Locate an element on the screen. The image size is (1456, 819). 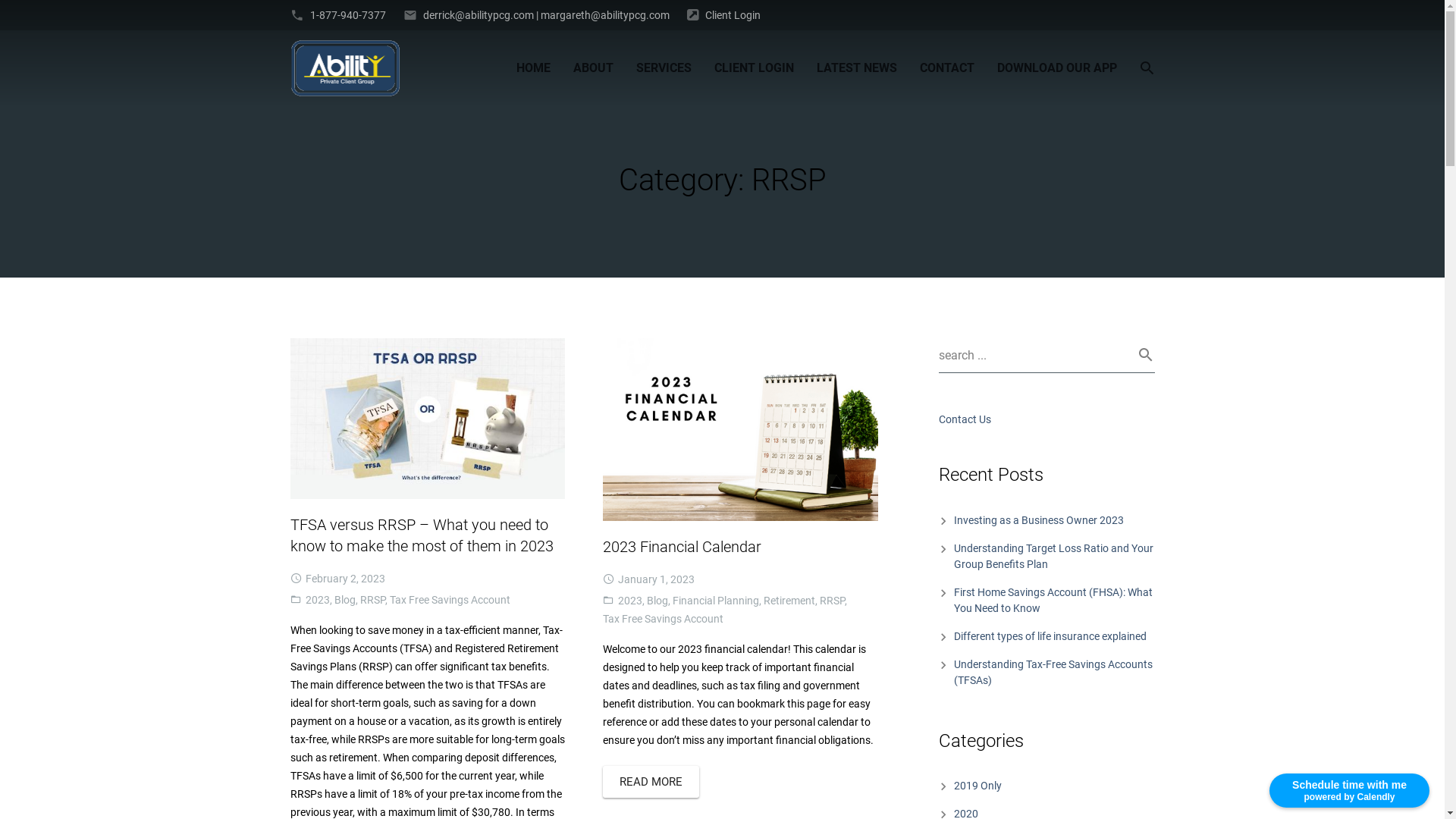
'Understanding Target Loss Ratio and Your Group Benefits Plan' is located at coordinates (1053, 556).